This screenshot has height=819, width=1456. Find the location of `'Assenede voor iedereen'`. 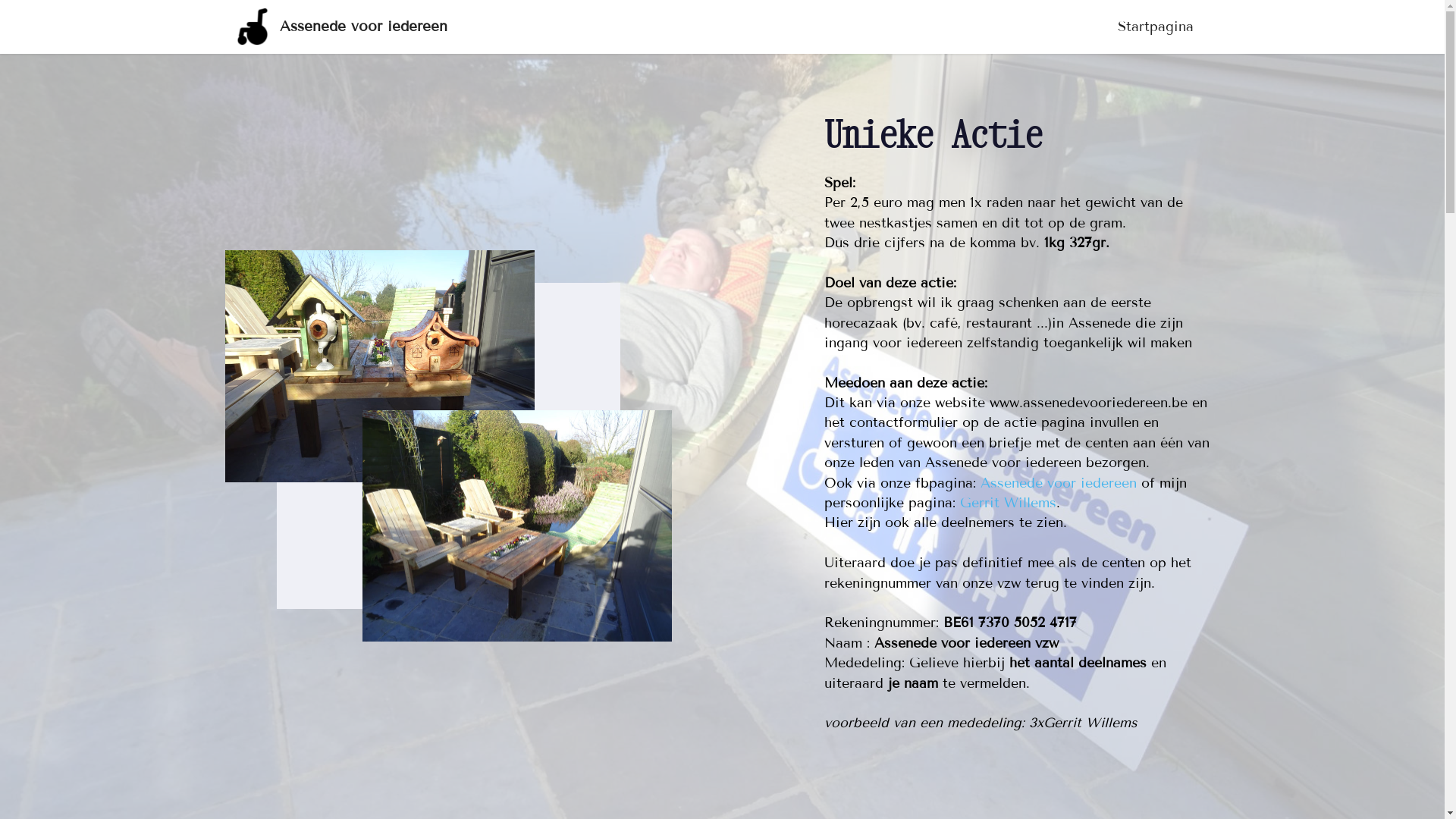

'Assenede voor iedereen' is located at coordinates (1057, 482).